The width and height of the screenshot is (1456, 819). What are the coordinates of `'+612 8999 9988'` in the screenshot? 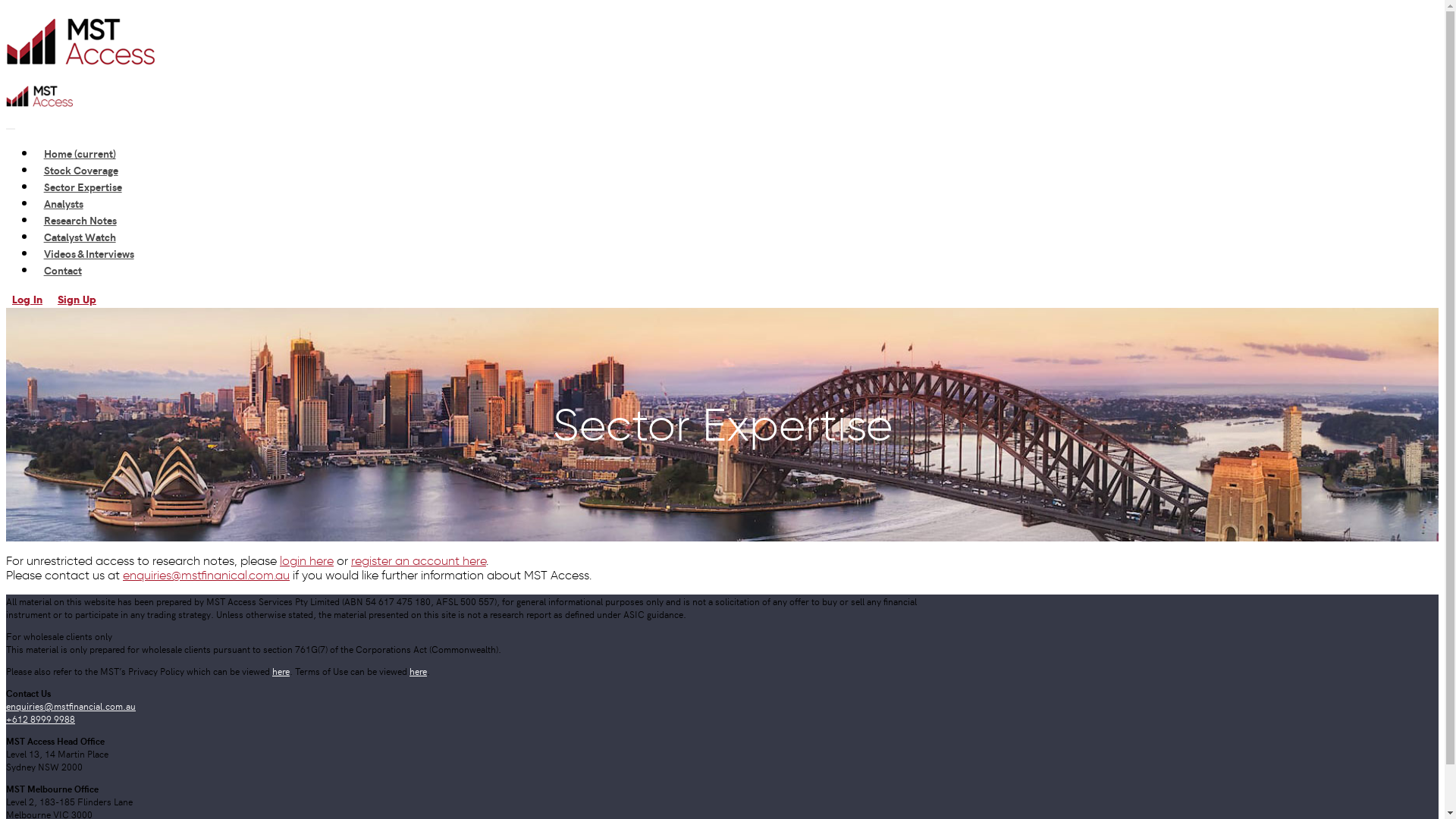 It's located at (40, 717).